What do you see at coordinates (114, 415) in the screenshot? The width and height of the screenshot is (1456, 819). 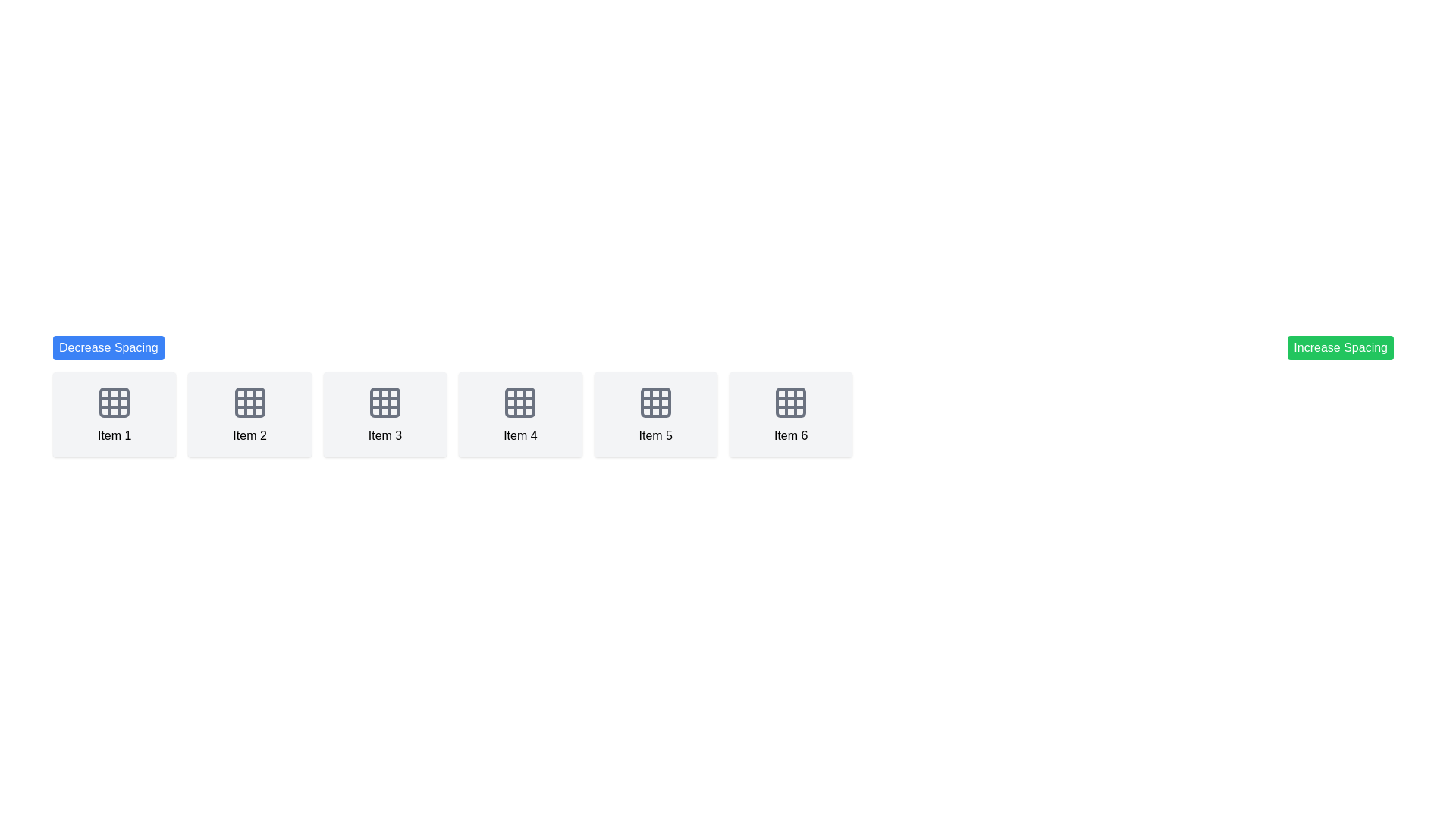 I see `the first item in the grid layout that represents 'Item 1' which is a Card-like interactive component located at the top-left corner` at bounding box center [114, 415].